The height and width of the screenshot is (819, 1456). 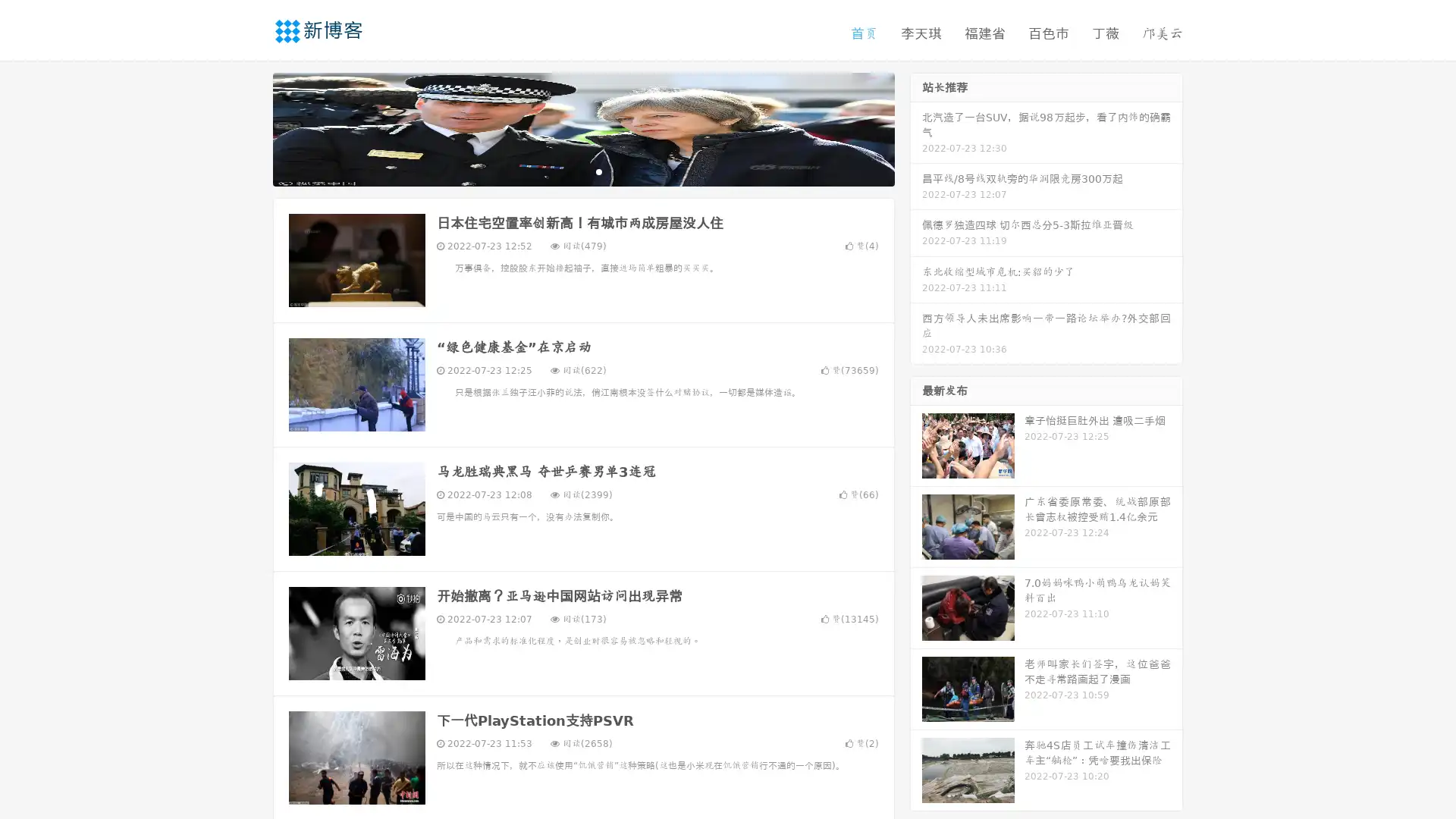 What do you see at coordinates (916, 127) in the screenshot?
I see `Next slide` at bounding box center [916, 127].